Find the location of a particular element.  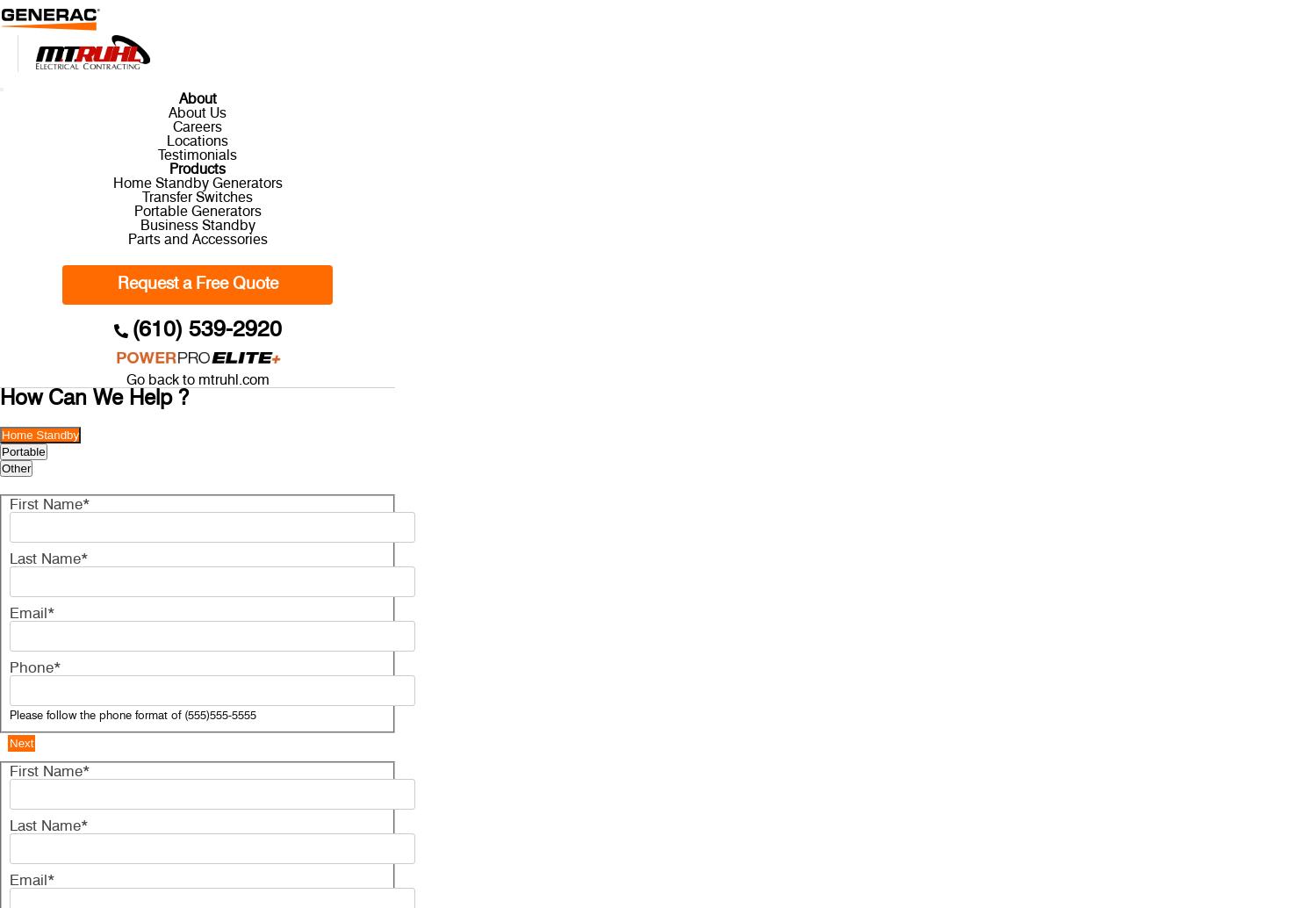

'Products' is located at coordinates (196, 169).